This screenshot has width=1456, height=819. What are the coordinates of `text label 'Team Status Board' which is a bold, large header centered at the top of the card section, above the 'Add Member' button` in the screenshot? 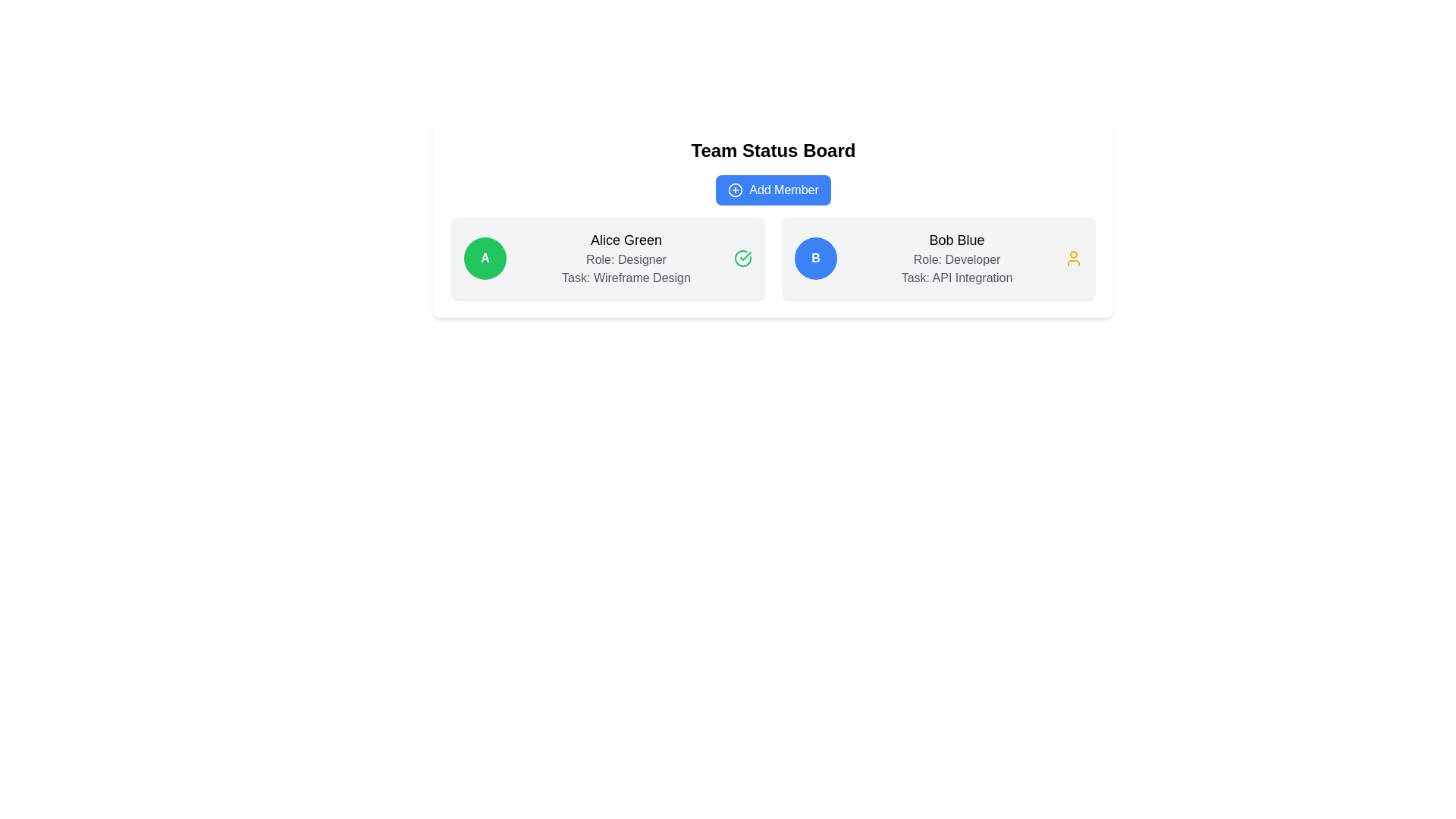 It's located at (773, 151).